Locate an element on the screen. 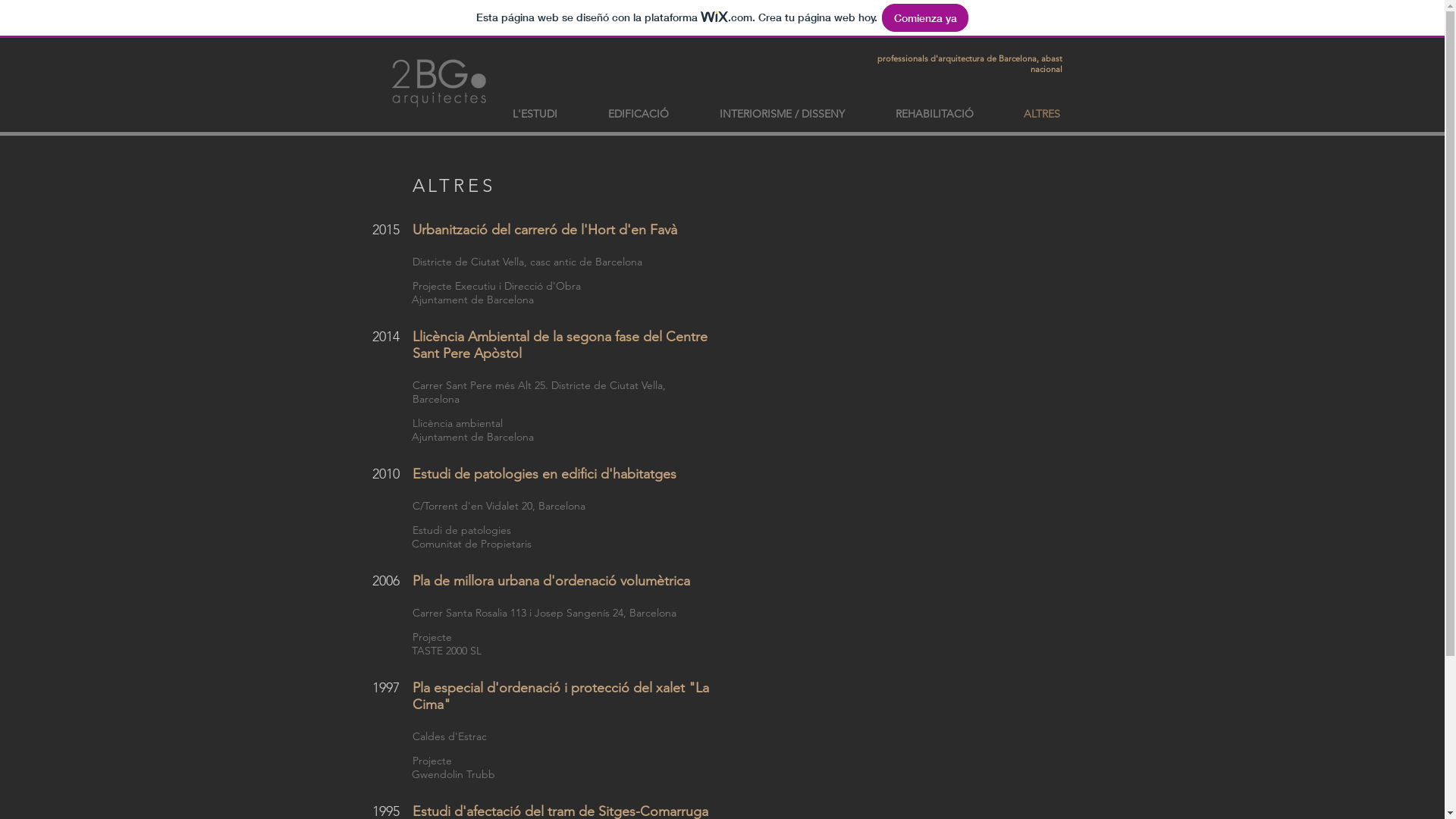  'L'ESTUDI' is located at coordinates (535, 113).